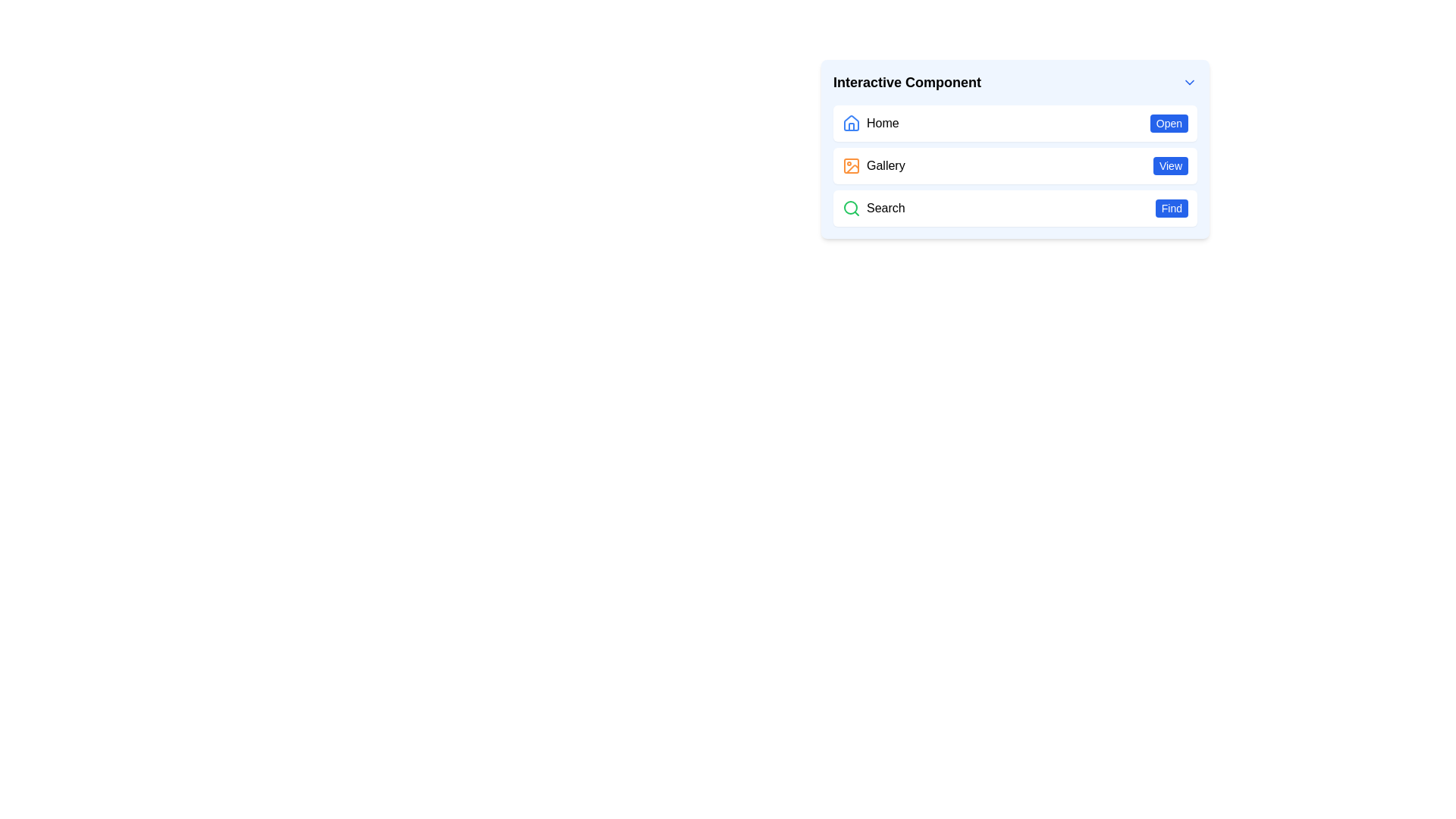  Describe the element at coordinates (886, 166) in the screenshot. I see `'Gallery' label located in the middle of a vertical list of interactive components, positioned between the 'Home' entry and the 'Search' entry` at that location.